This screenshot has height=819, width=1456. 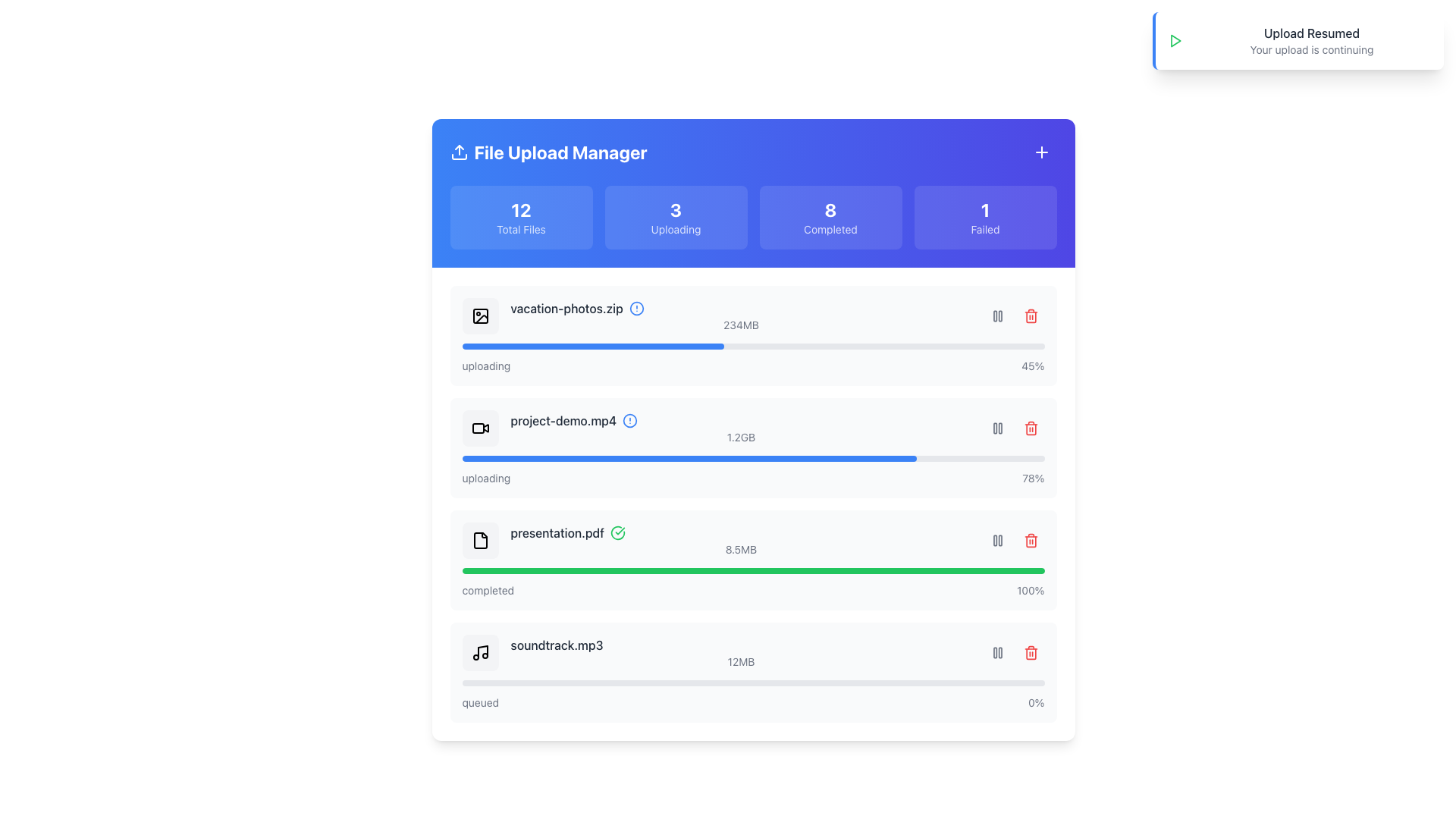 What do you see at coordinates (479, 428) in the screenshot?
I see `the video camera icon located in the second file entry row` at bounding box center [479, 428].